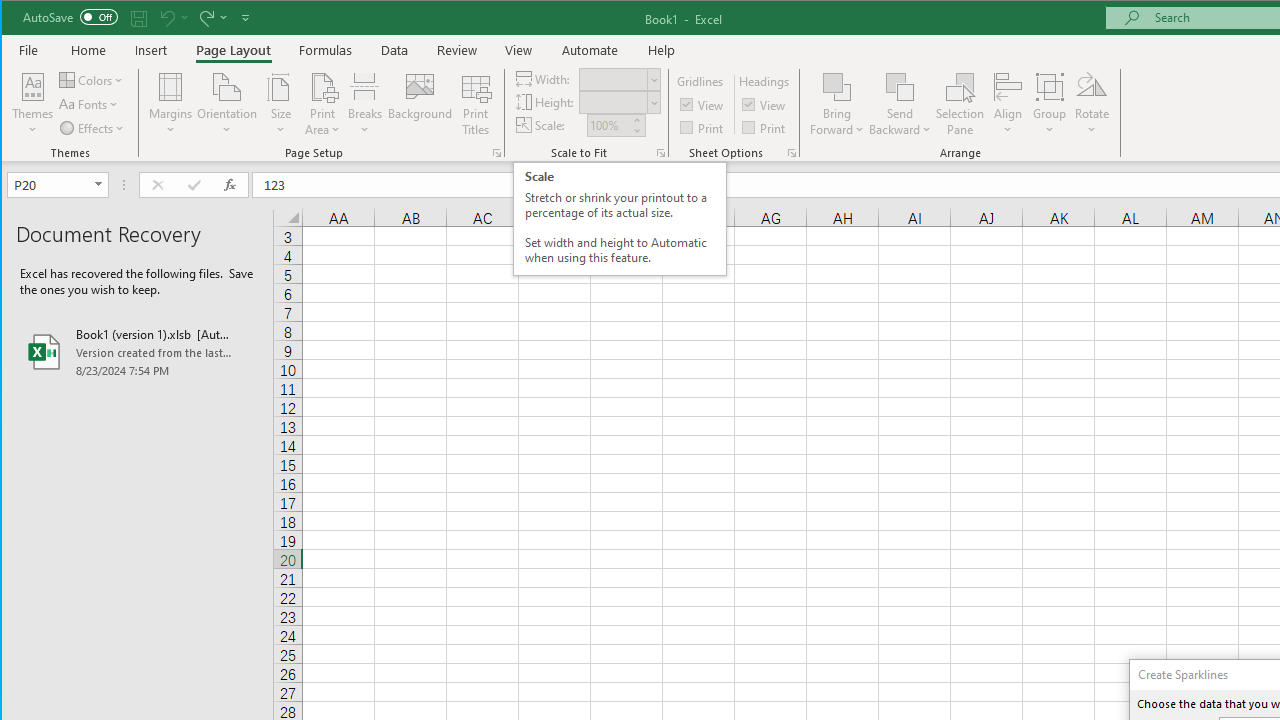 Image resolution: width=1280 pixels, height=720 pixels. Describe the element at coordinates (29, 49) in the screenshot. I see `'File Tab'` at that location.